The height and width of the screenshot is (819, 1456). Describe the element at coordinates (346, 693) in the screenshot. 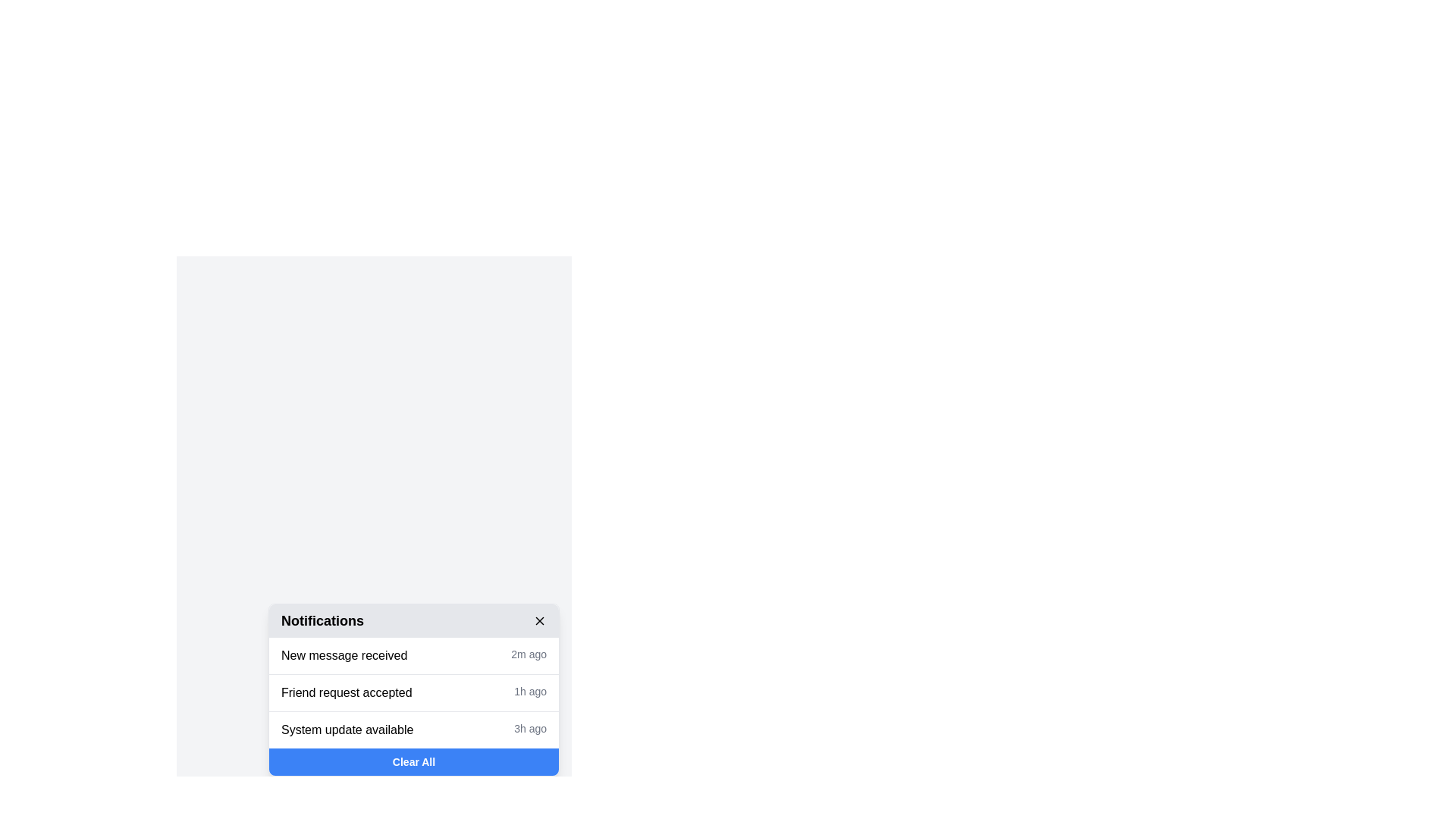

I see `text content of the Text Label displaying 'Friend request accepted' within the second notification entry of the notification panel` at that location.